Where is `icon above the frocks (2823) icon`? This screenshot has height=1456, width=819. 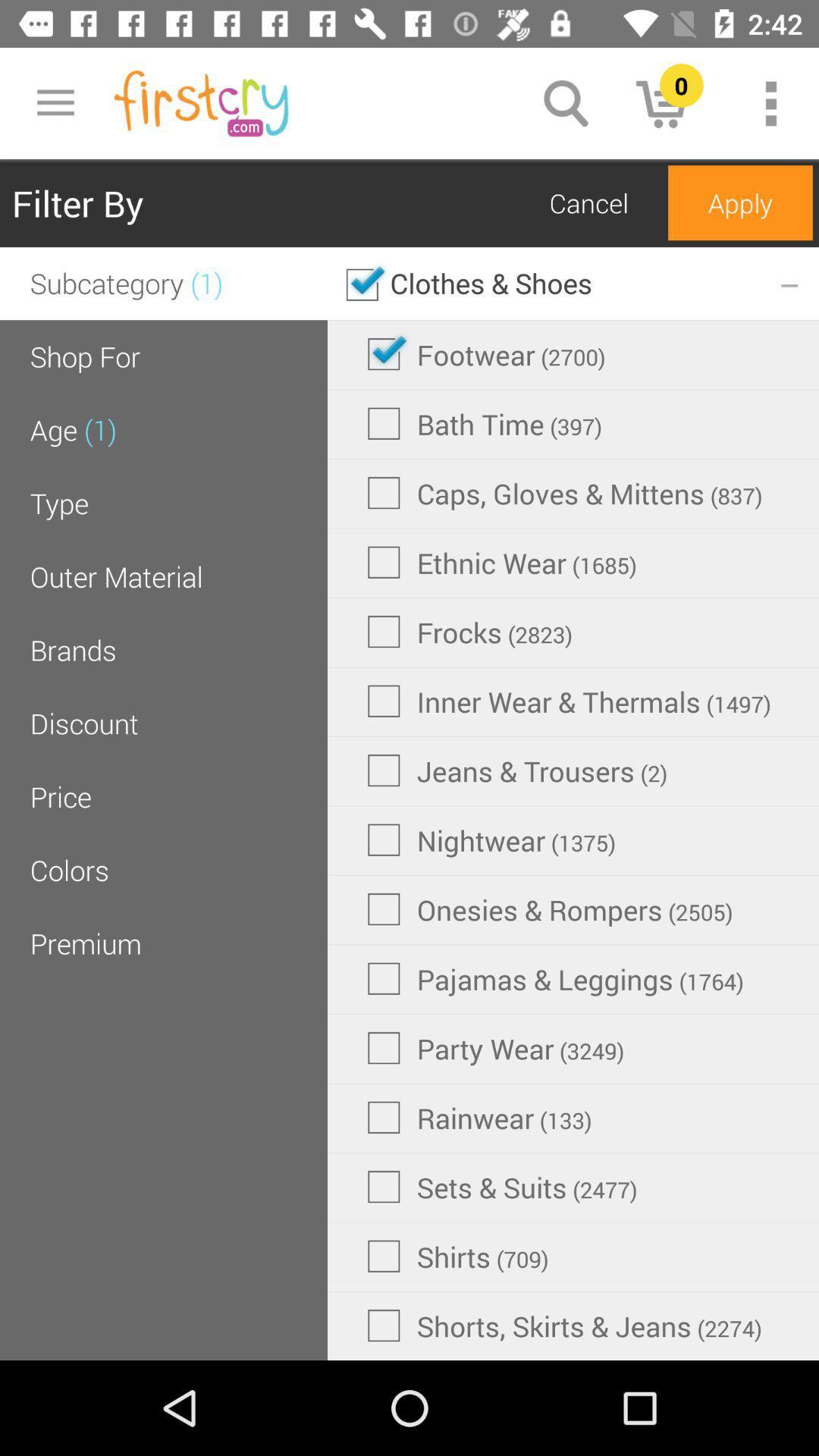 icon above the frocks (2823) icon is located at coordinates (502, 561).